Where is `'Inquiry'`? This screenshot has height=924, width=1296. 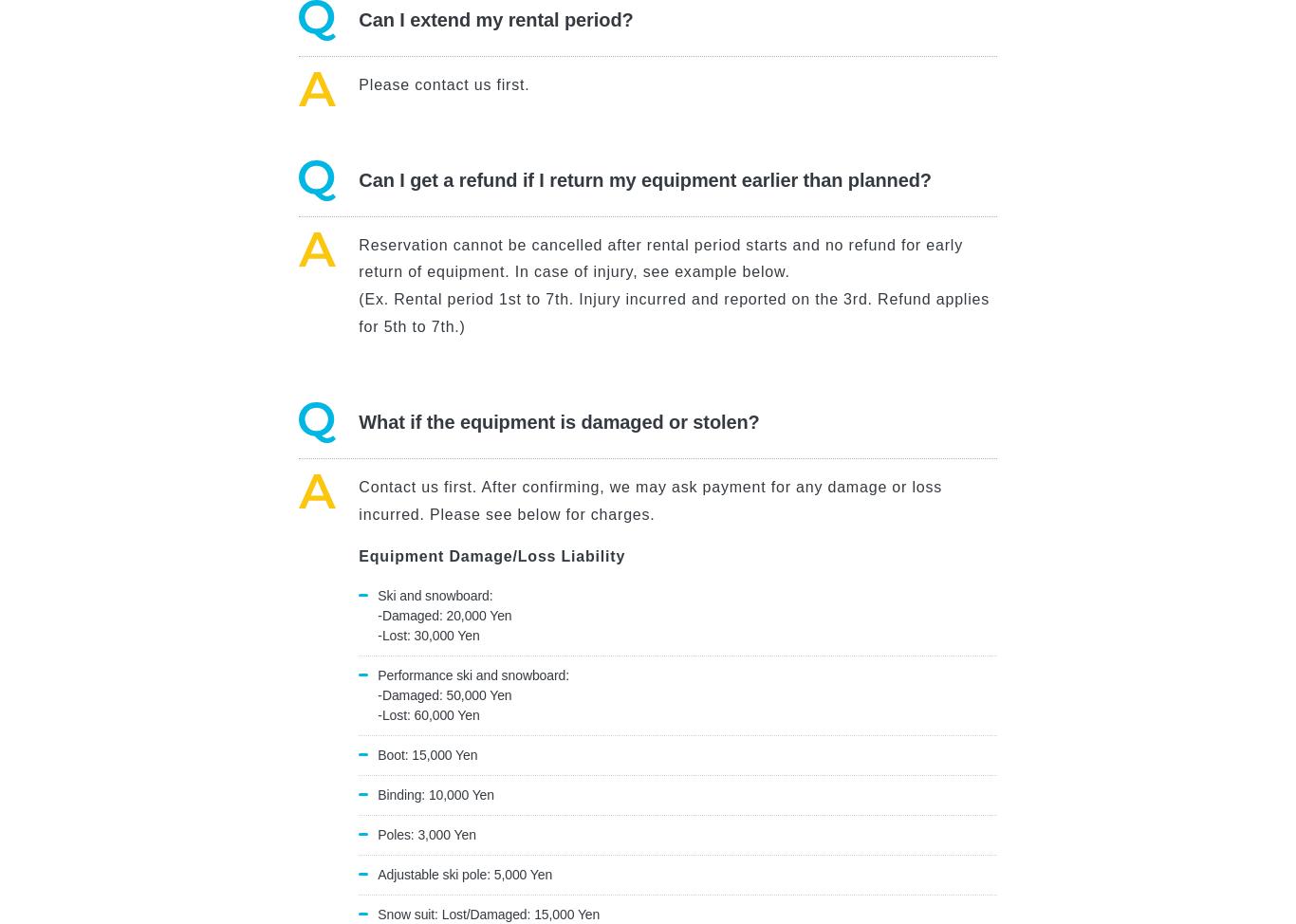
'Inquiry' is located at coordinates (951, 28).